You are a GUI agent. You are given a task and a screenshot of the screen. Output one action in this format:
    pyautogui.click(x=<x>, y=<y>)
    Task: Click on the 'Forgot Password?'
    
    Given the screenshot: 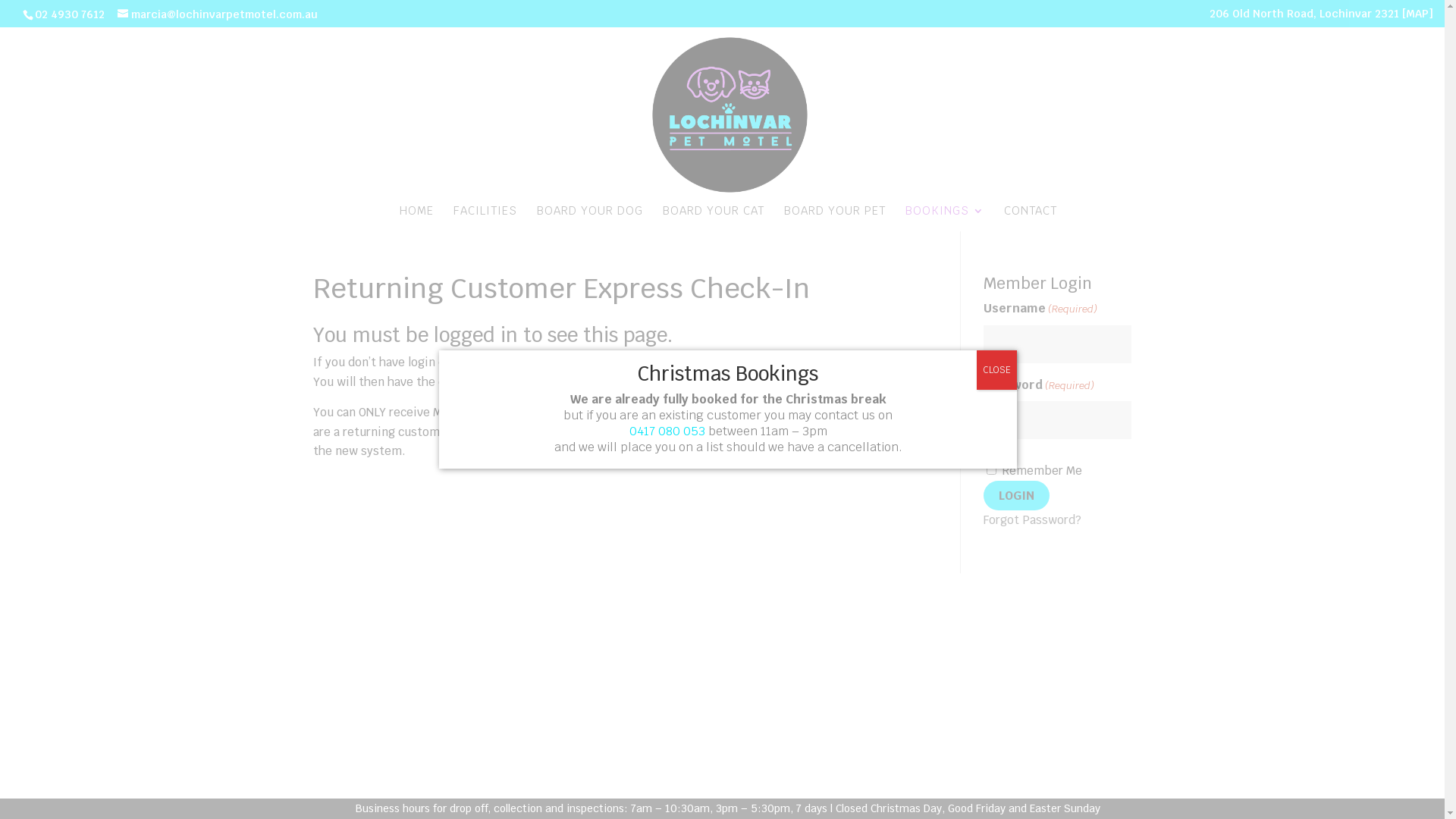 What is the action you would take?
    pyautogui.click(x=1031, y=519)
    